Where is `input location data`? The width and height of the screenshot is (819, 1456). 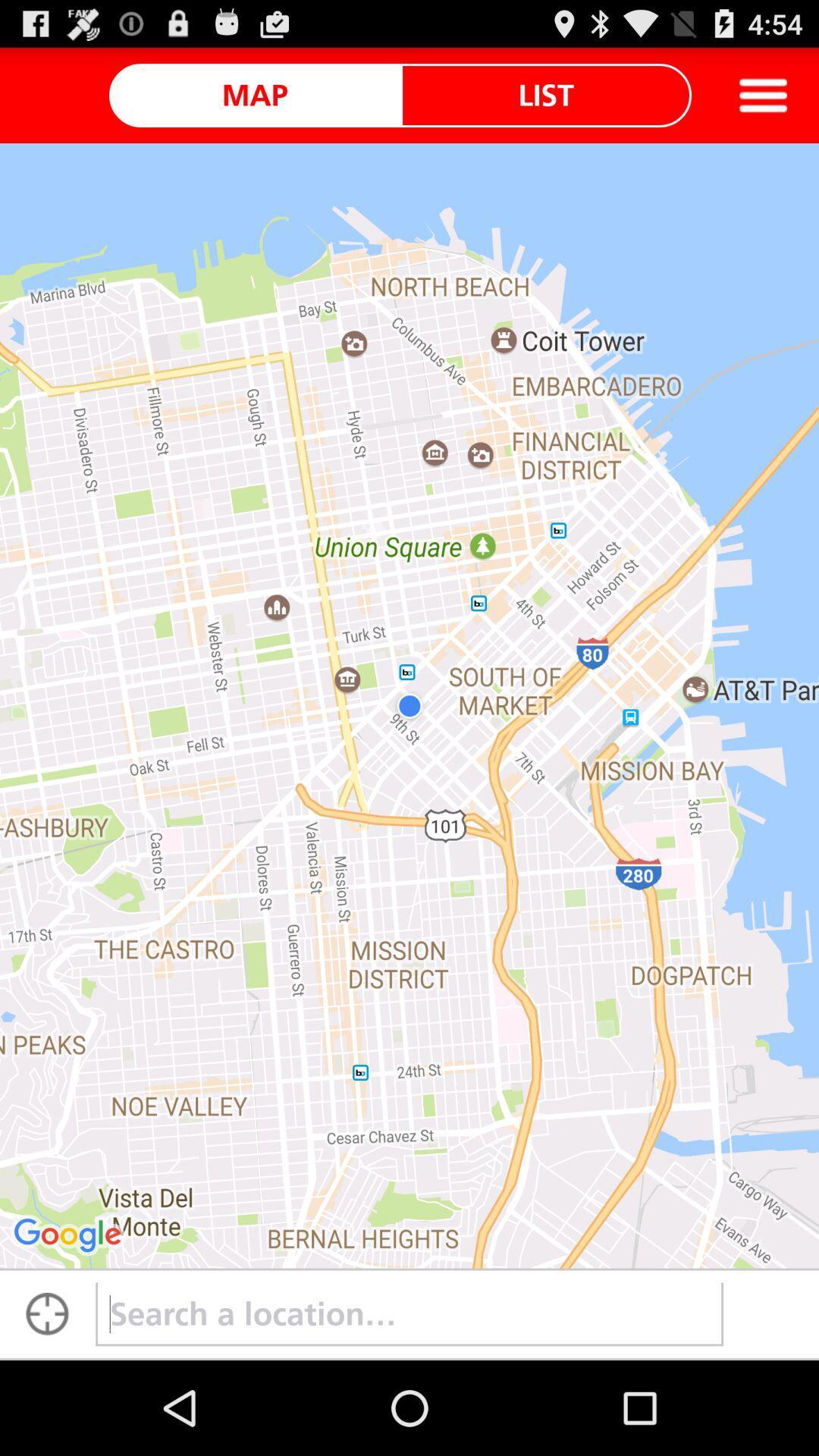 input location data is located at coordinates (409, 1313).